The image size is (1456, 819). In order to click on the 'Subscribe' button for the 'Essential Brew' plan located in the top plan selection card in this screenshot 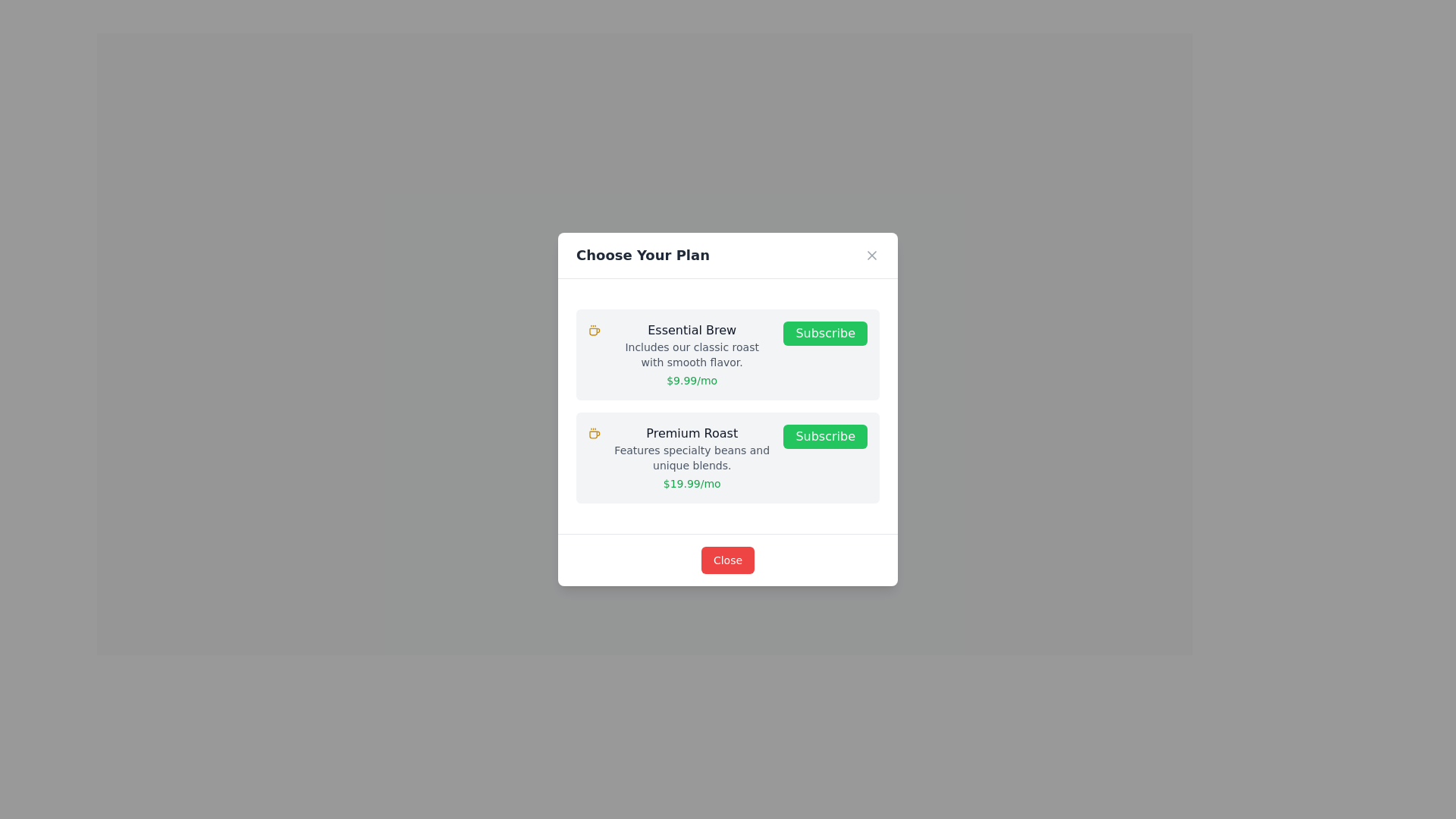, I will do `click(824, 332)`.